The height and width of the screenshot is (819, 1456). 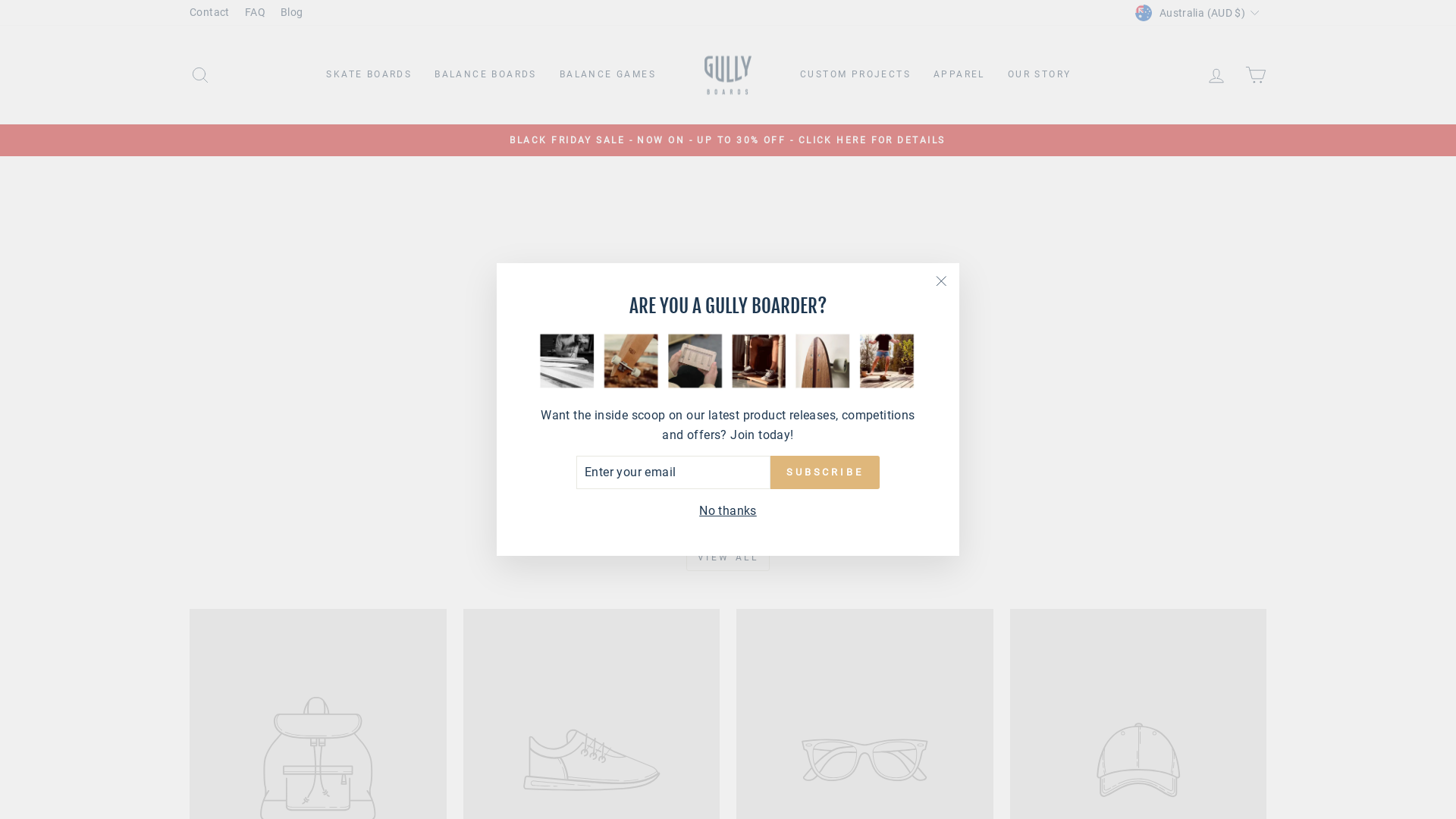 I want to click on 'CART', so click(x=1256, y=74).